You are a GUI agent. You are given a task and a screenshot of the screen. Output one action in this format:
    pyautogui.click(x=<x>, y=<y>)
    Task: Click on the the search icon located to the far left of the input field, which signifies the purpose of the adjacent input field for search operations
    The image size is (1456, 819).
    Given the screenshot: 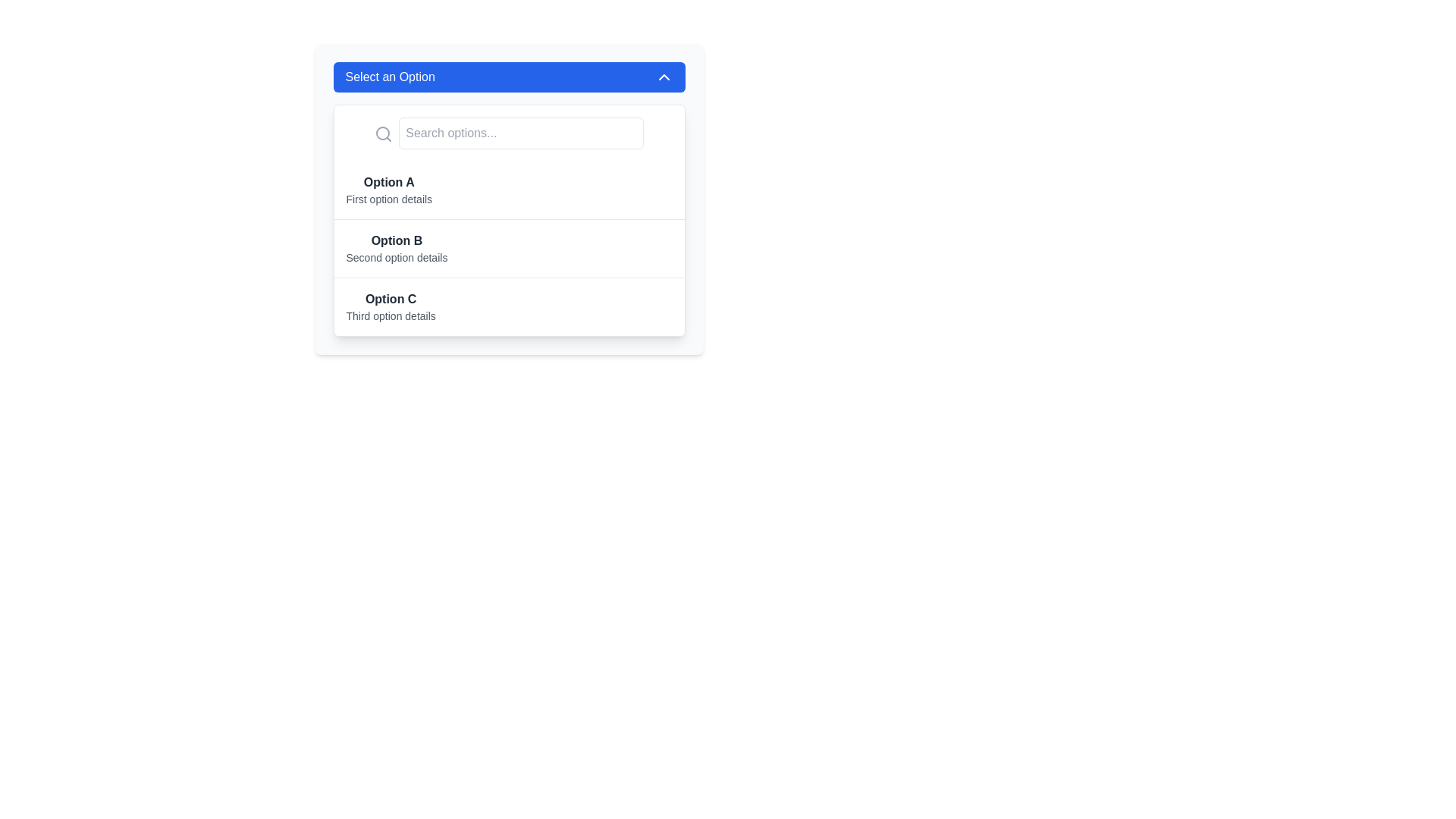 What is the action you would take?
    pyautogui.click(x=384, y=133)
    